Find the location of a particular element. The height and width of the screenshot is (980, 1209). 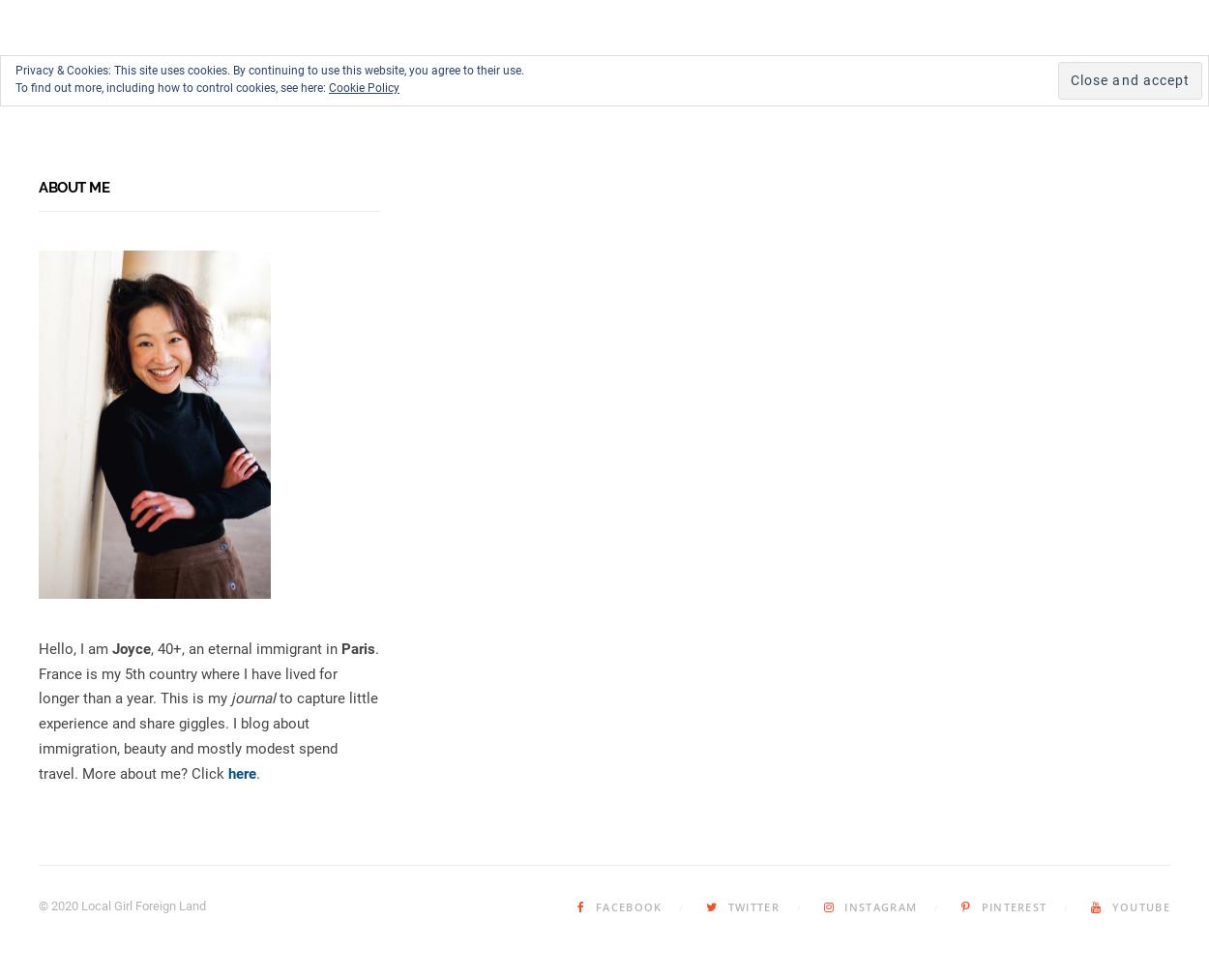

'Hello, I am' is located at coordinates (74, 646).